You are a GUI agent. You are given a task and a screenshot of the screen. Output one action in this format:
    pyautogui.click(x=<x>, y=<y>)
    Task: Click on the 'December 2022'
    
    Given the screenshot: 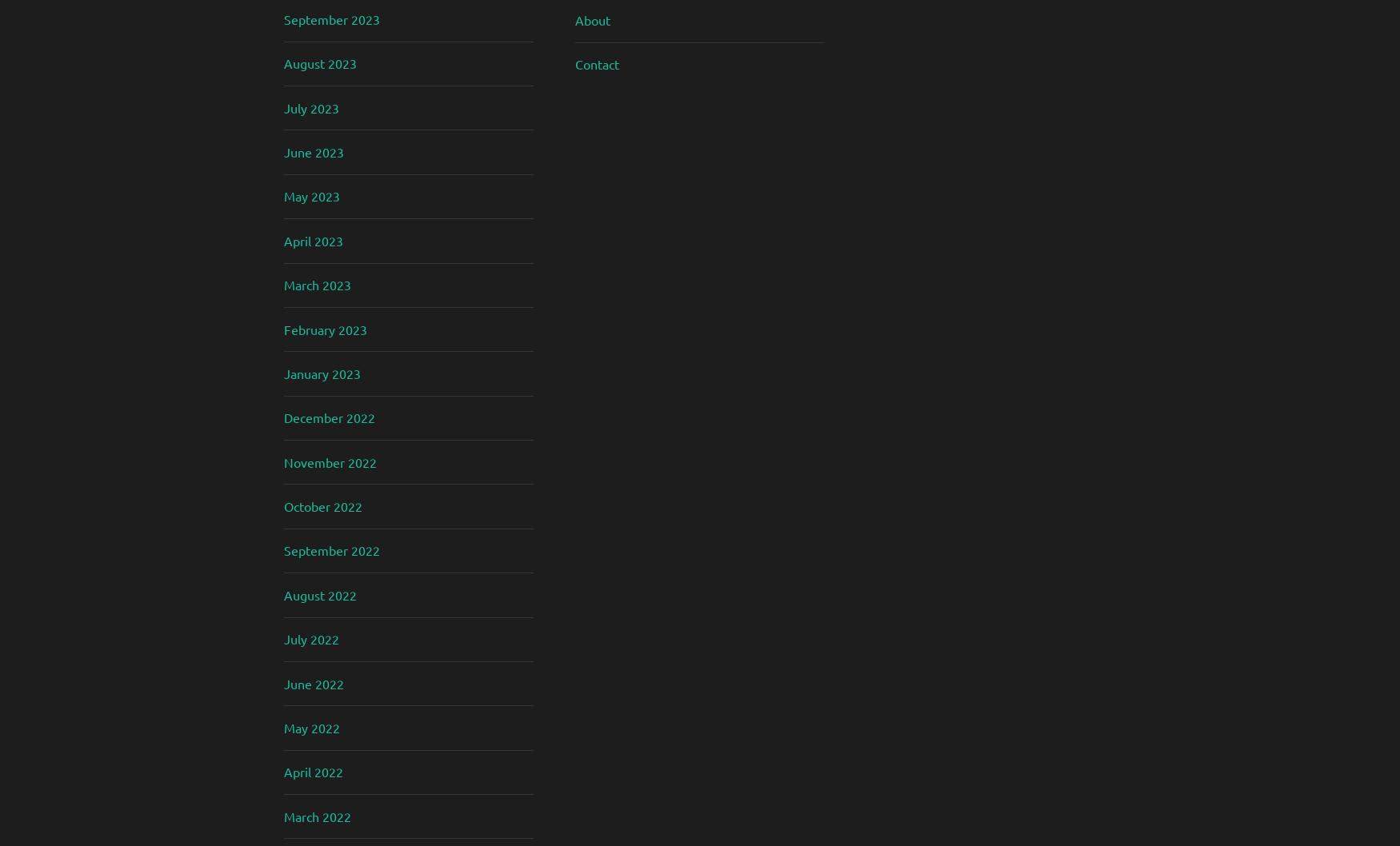 What is the action you would take?
    pyautogui.click(x=328, y=417)
    